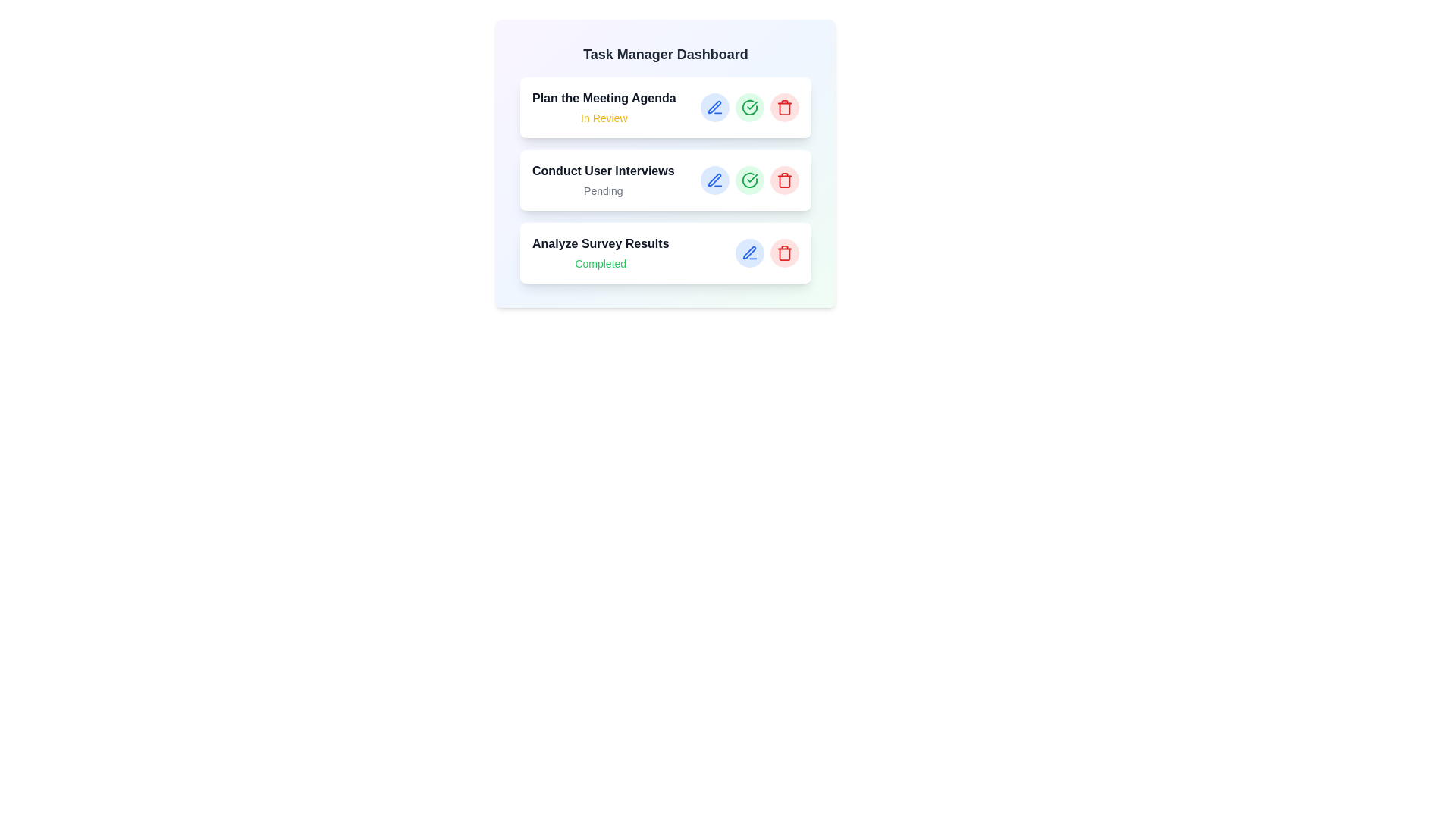  What do you see at coordinates (666, 107) in the screenshot?
I see `the task titled 'Plan the Meeting Agenda' to view additional details` at bounding box center [666, 107].